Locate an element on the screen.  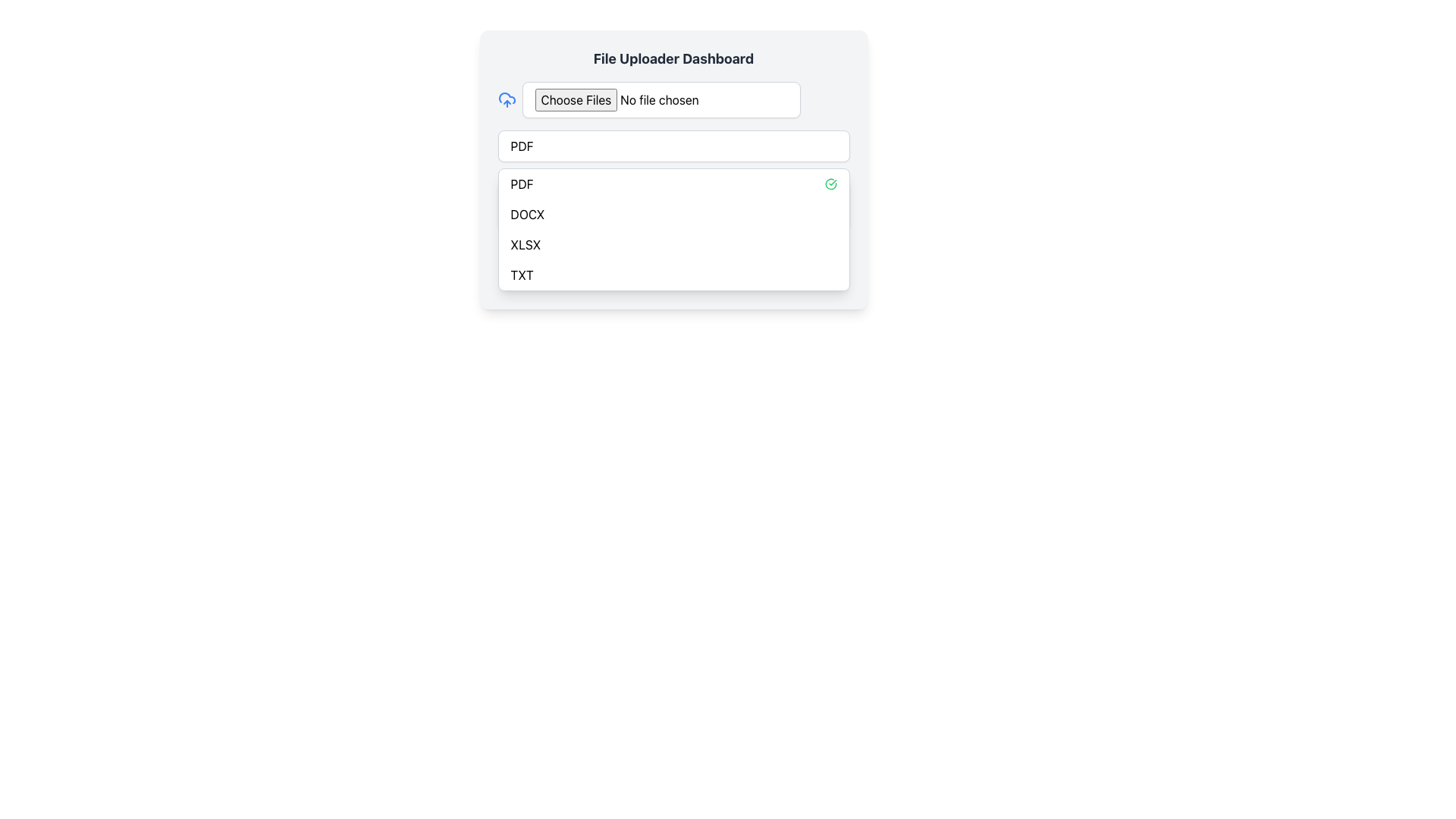
the check indicator icon that signifies the selection of the 'PDF' option, located to the far-right of the 'PDF' row in the dropdown list is located at coordinates (830, 184).